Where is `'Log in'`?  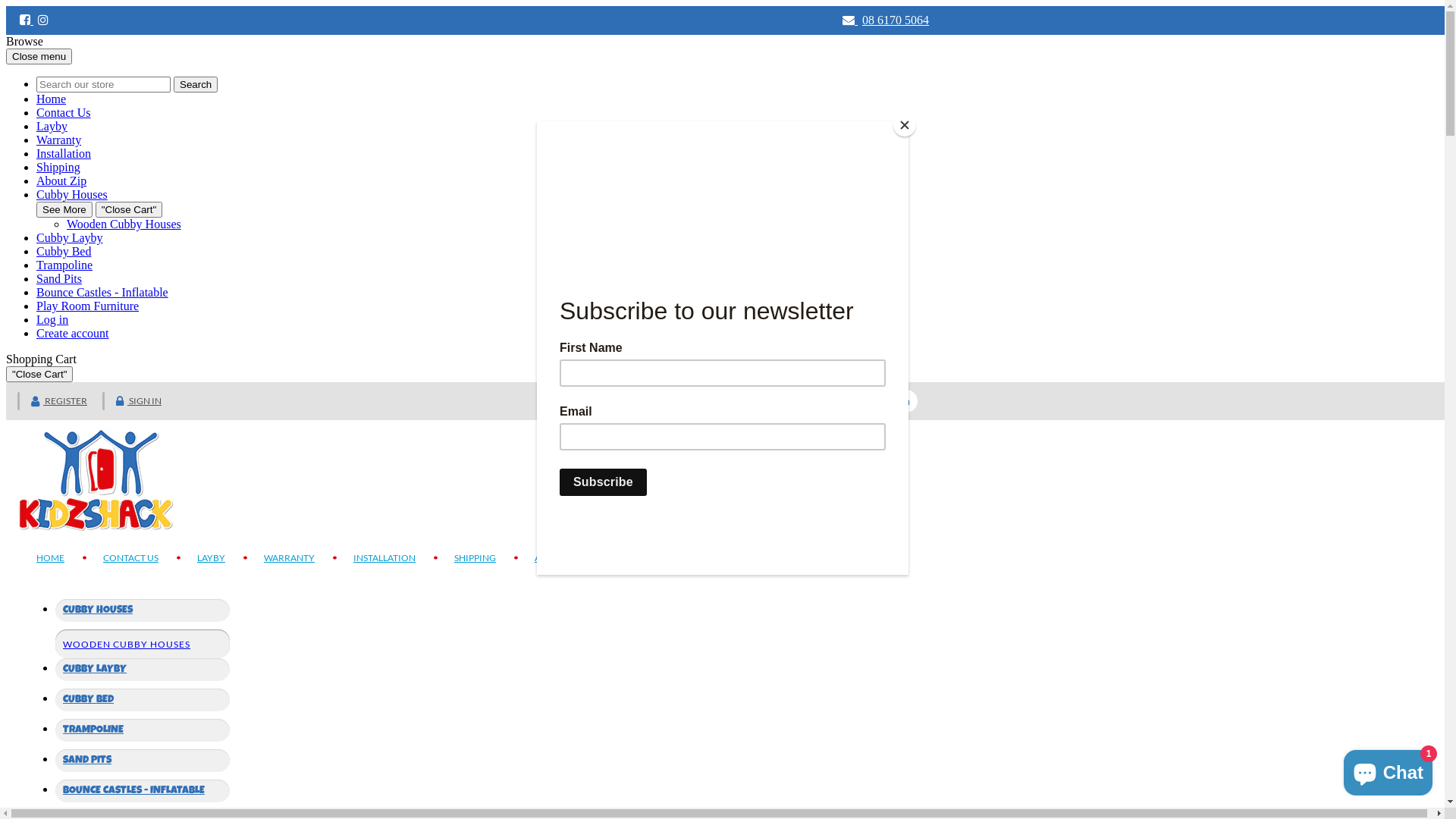
'Log in' is located at coordinates (52, 318).